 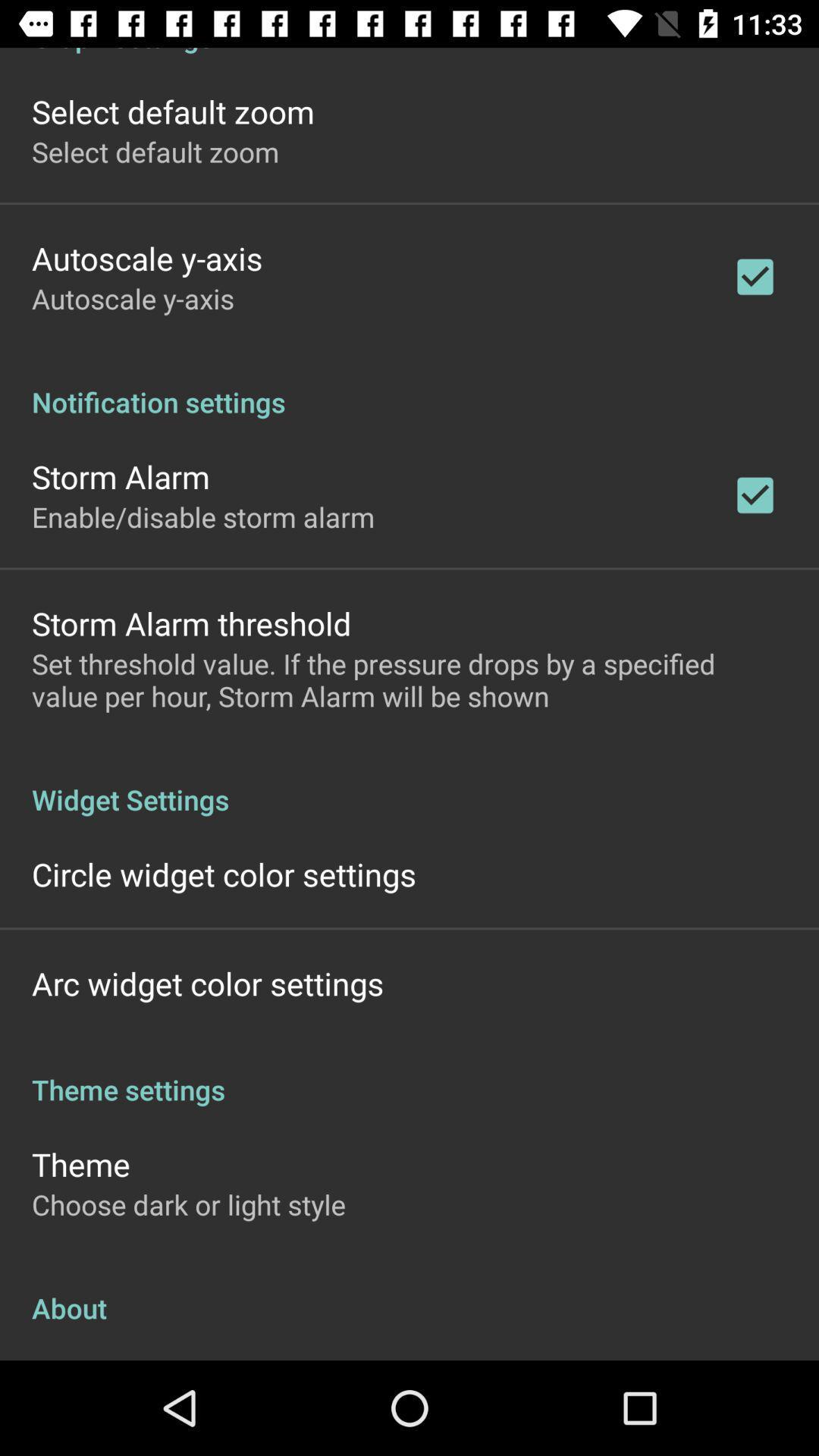 What do you see at coordinates (188, 1203) in the screenshot?
I see `item below the theme` at bounding box center [188, 1203].